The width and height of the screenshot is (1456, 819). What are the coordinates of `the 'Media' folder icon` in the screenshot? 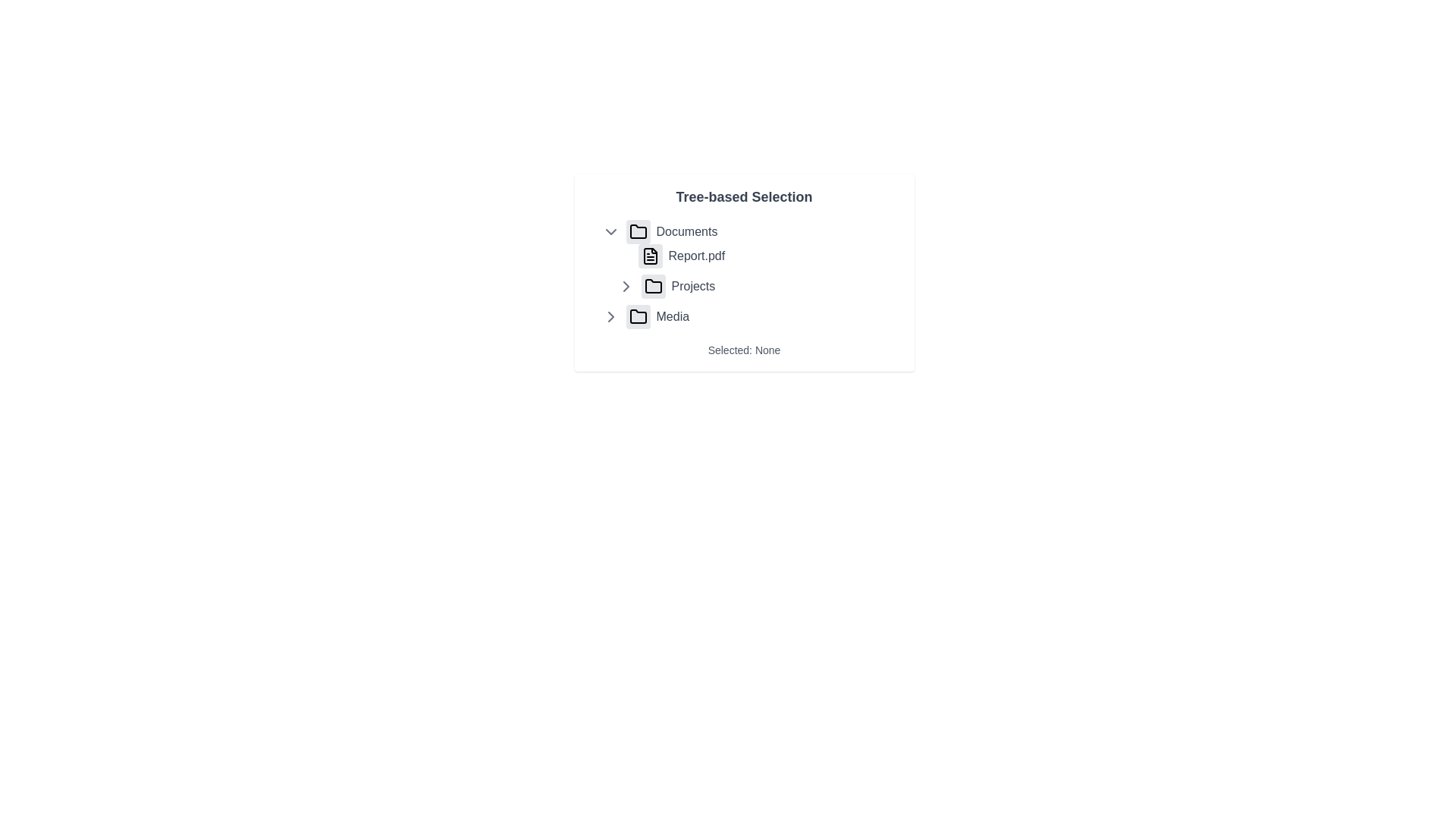 It's located at (638, 315).